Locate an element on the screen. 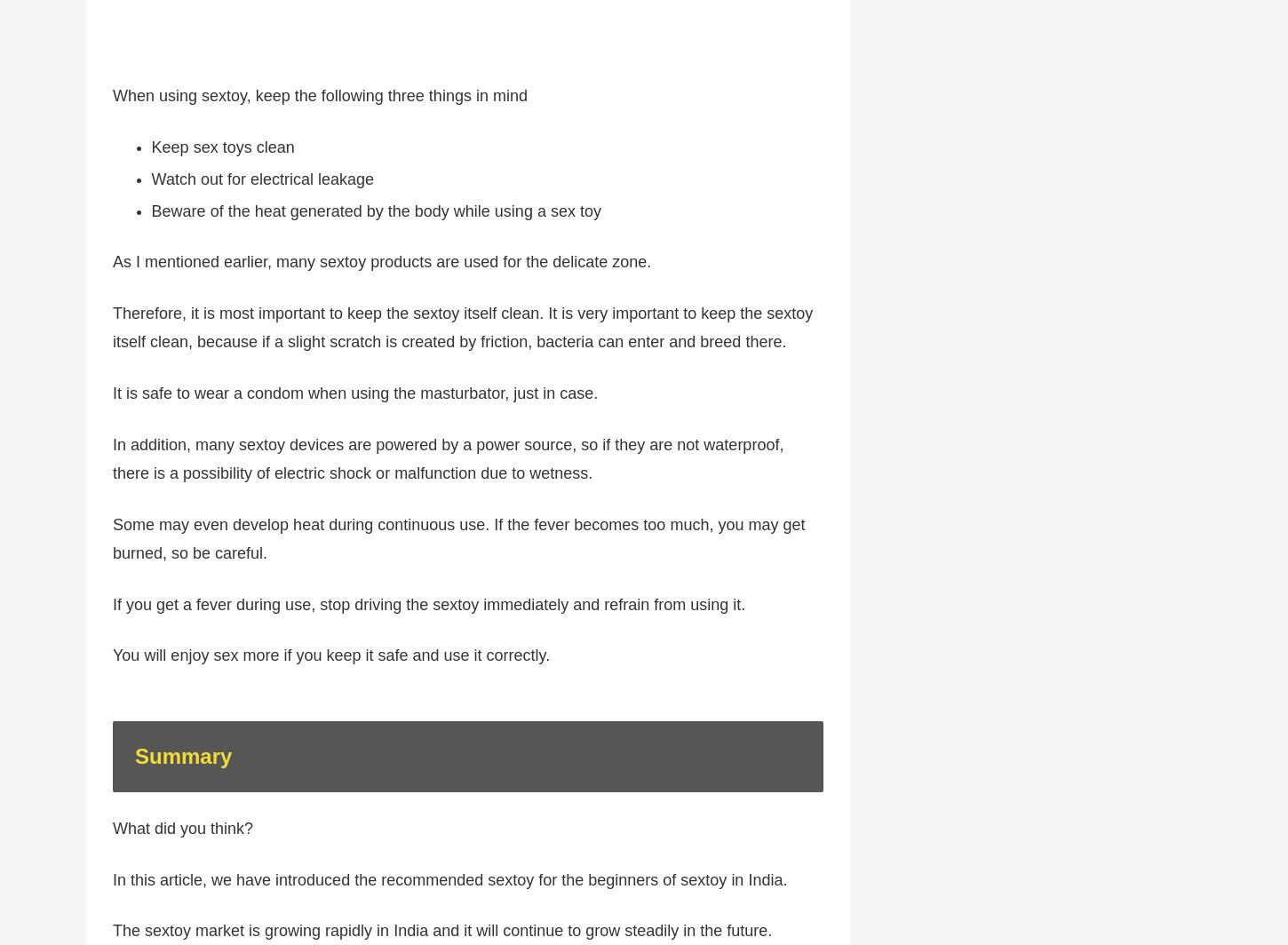  'When using sextoy, keep the following three things in mind' is located at coordinates (320, 105).